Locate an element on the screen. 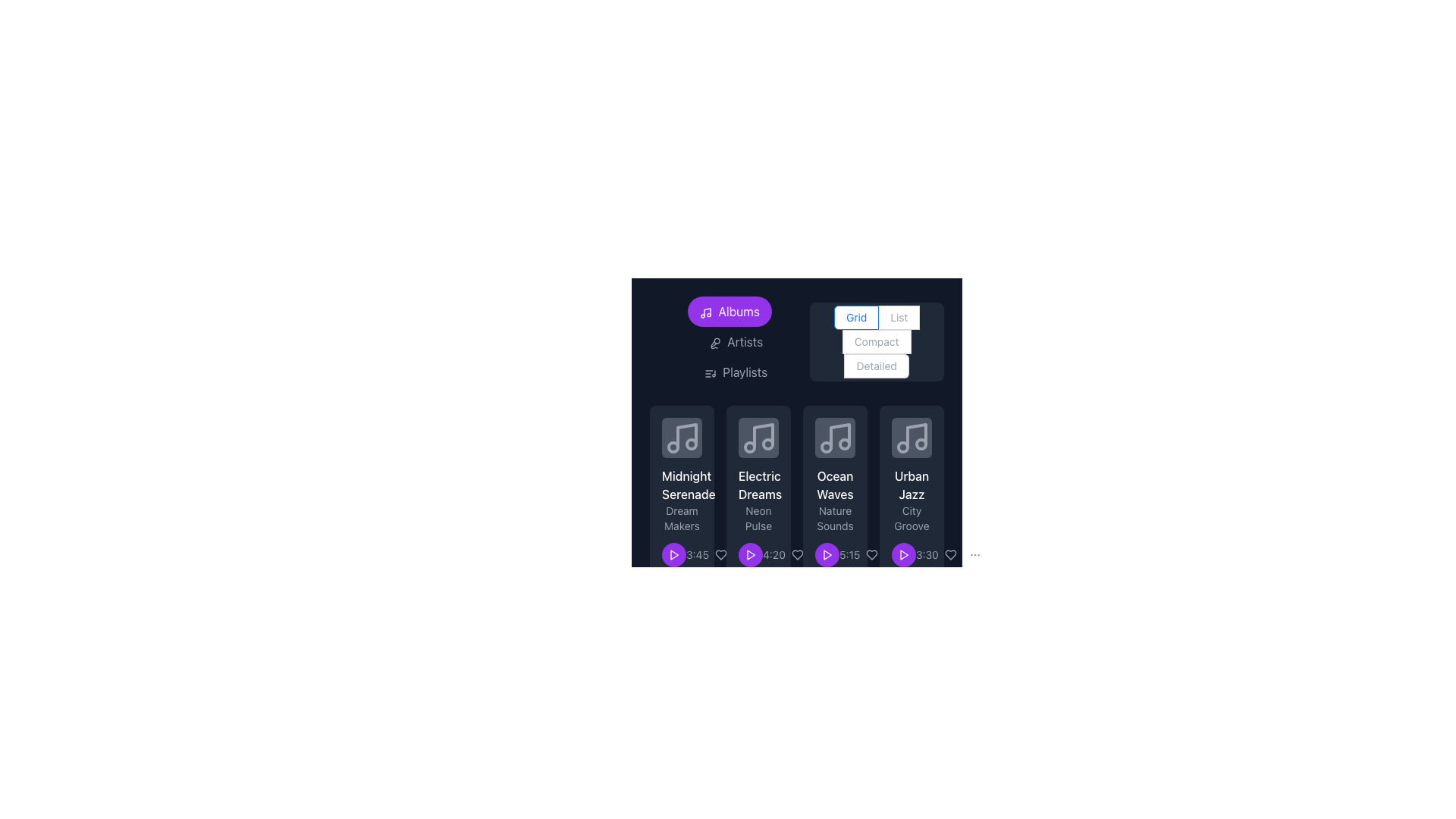 The image size is (1456, 819). the static text displaying 'City Groove', which is styled in lighter gray and located beneath 'Urban Jazz' and above '3:30' in the card layout is located at coordinates (911, 517).